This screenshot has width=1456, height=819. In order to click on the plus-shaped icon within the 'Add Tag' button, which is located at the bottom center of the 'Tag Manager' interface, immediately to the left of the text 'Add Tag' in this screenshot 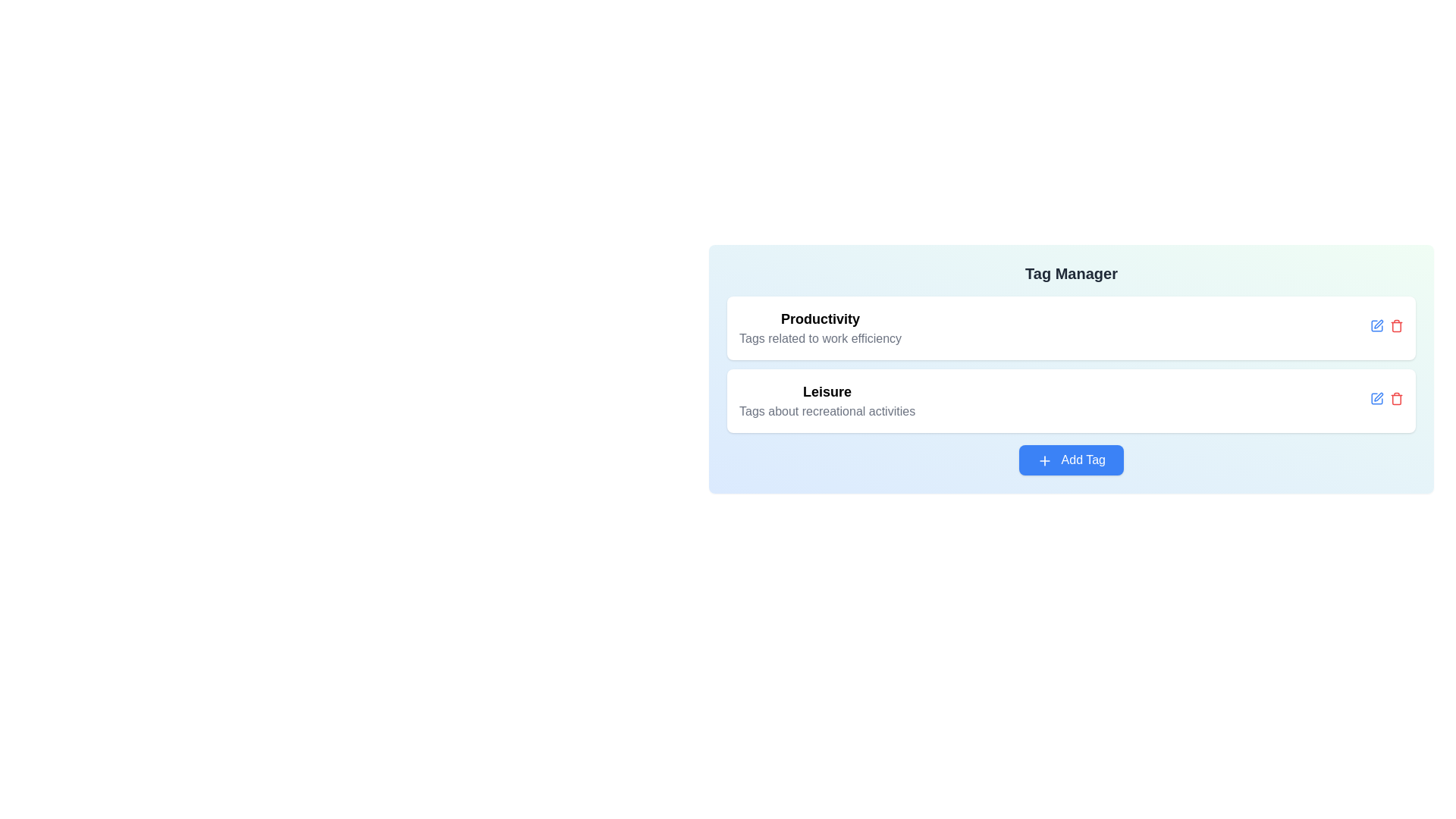, I will do `click(1043, 459)`.